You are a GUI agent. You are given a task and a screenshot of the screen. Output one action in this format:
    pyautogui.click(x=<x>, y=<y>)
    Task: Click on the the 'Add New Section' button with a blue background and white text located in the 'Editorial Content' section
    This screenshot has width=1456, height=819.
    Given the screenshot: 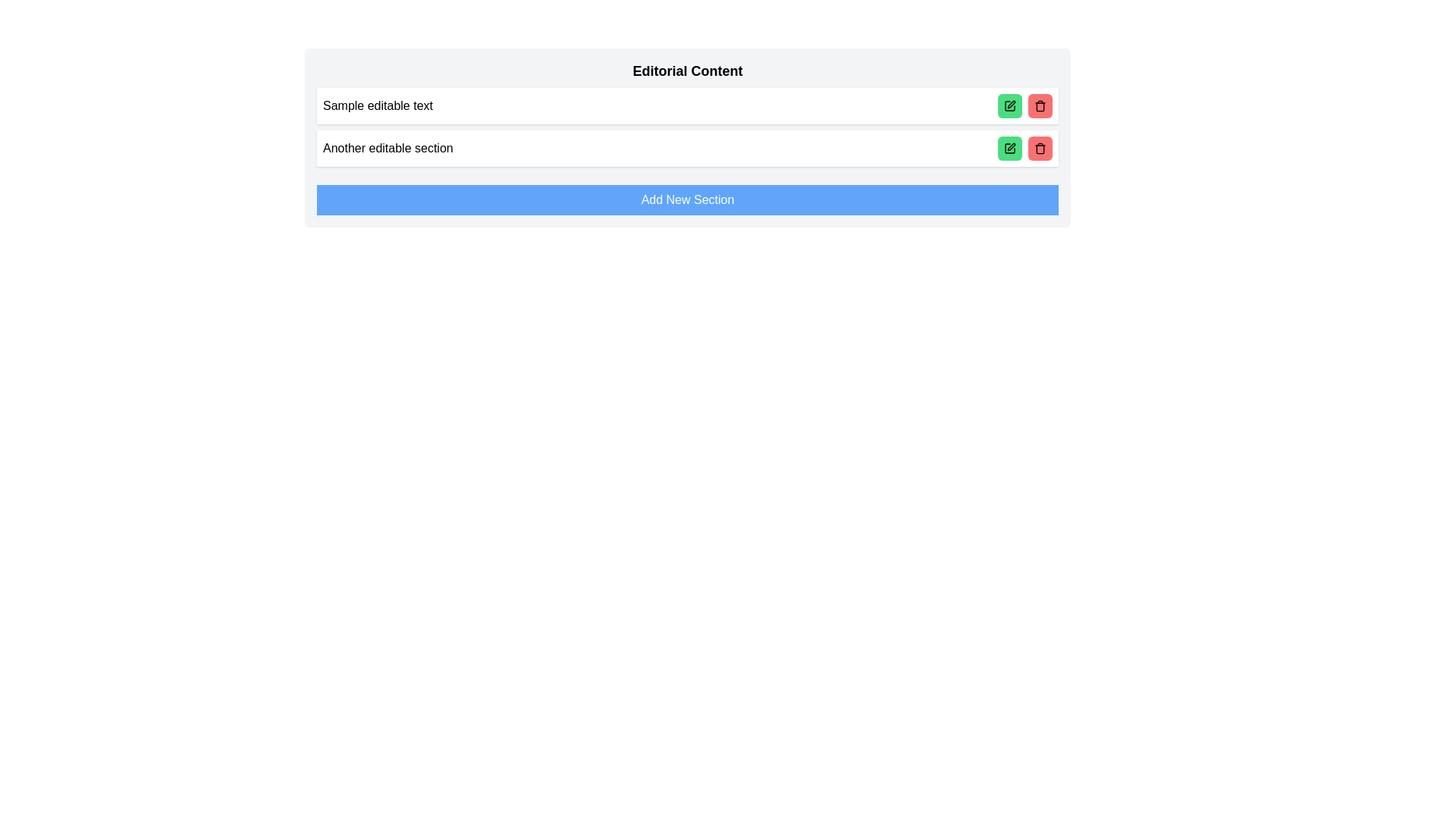 What is the action you would take?
    pyautogui.click(x=687, y=199)
    